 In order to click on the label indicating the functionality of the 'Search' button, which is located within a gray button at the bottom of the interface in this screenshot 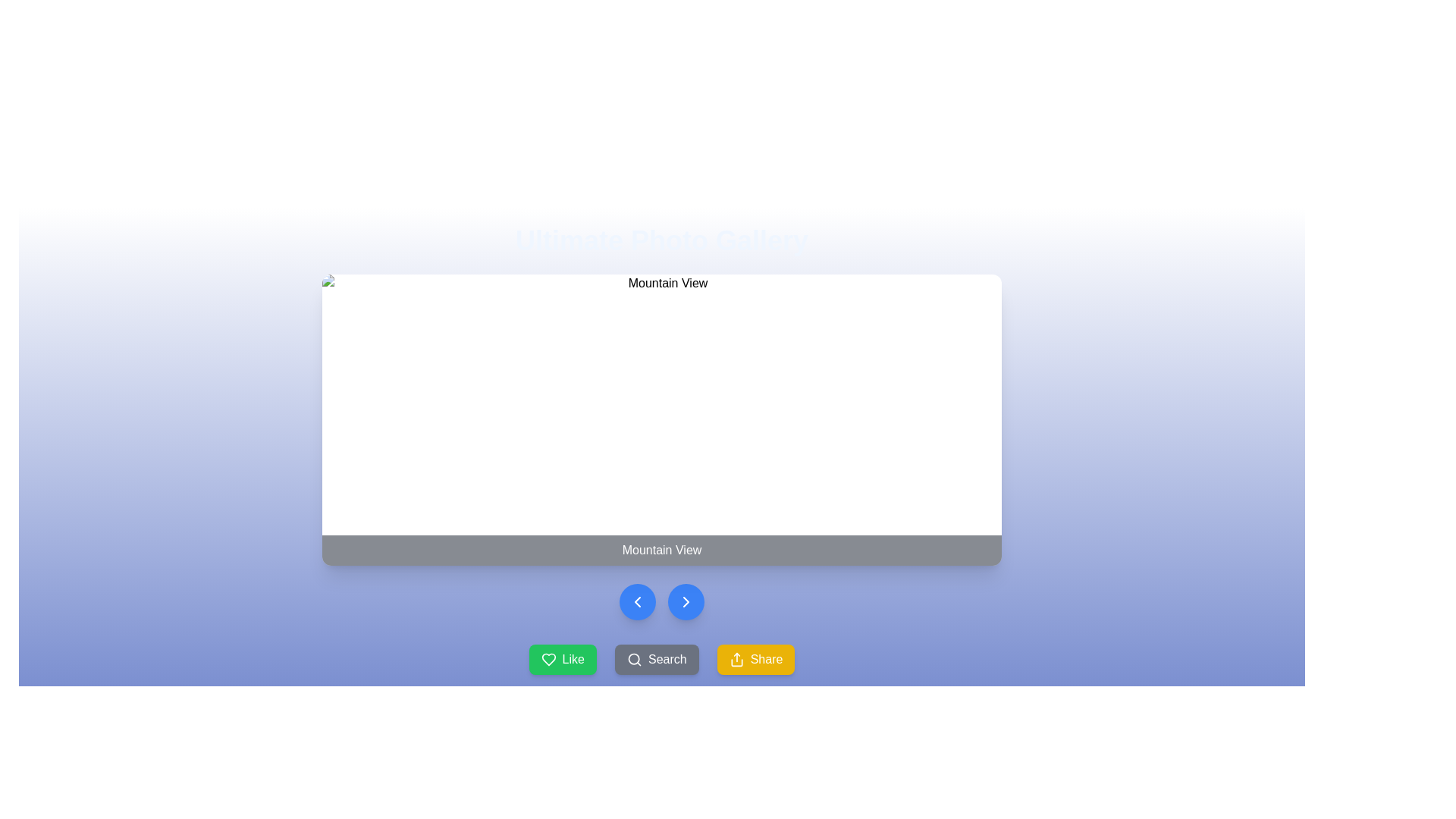, I will do `click(667, 659)`.